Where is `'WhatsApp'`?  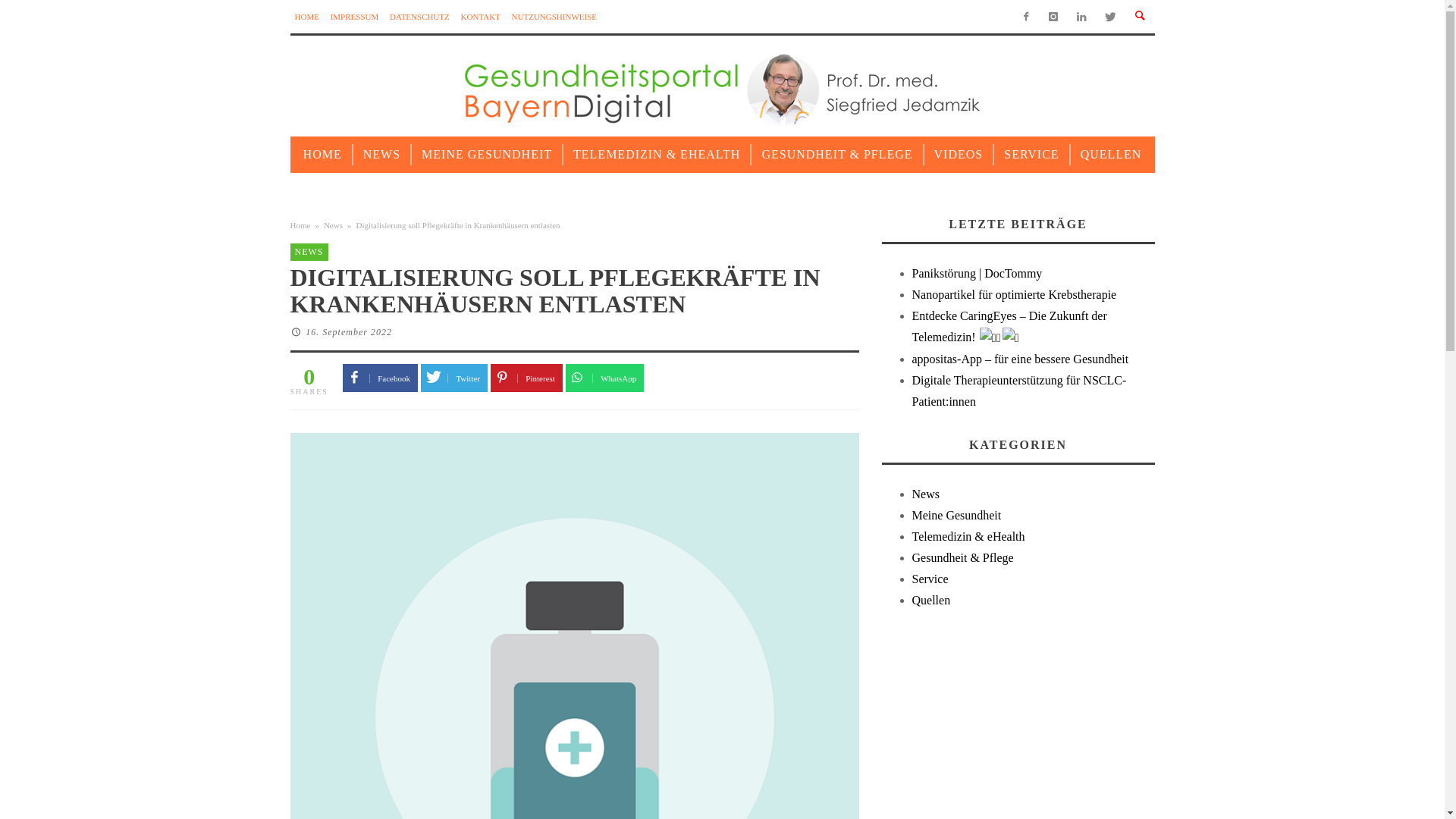 'WhatsApp' is located at coordinates (604, 377).